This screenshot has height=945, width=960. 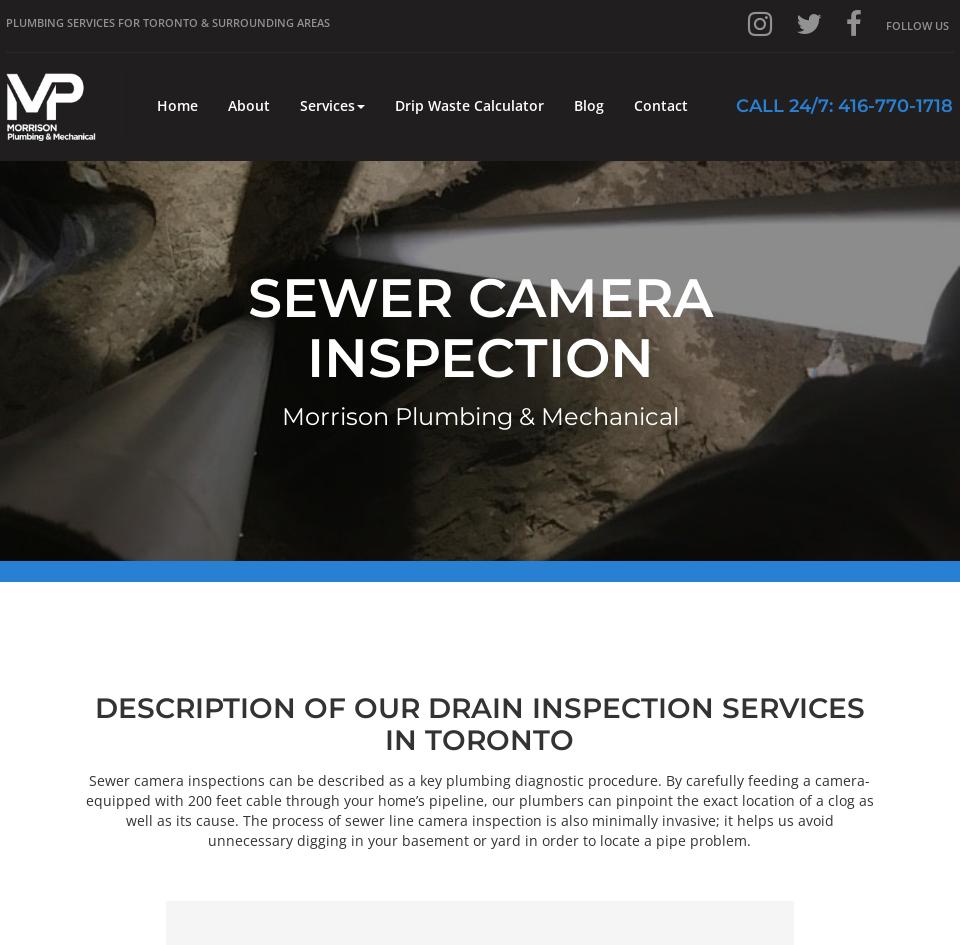 I want to click on 'Call 24/7: 416-770-1718', so click(x=843, y=105).